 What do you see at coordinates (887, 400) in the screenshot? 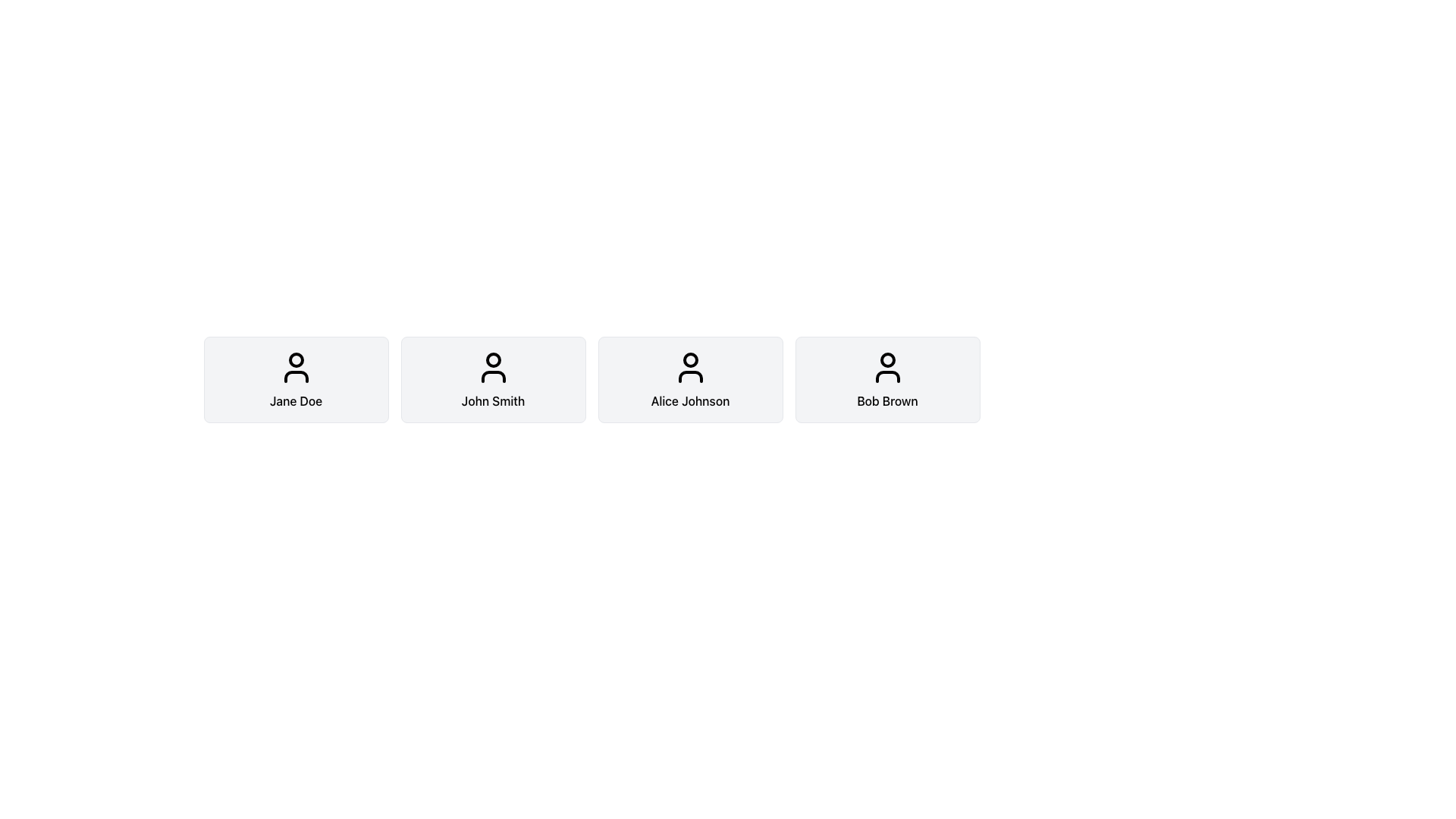
I see `the text label at the bottom of the fourth card from the left, which identifies the individual represented by the card` at bounding box center [887, 400].